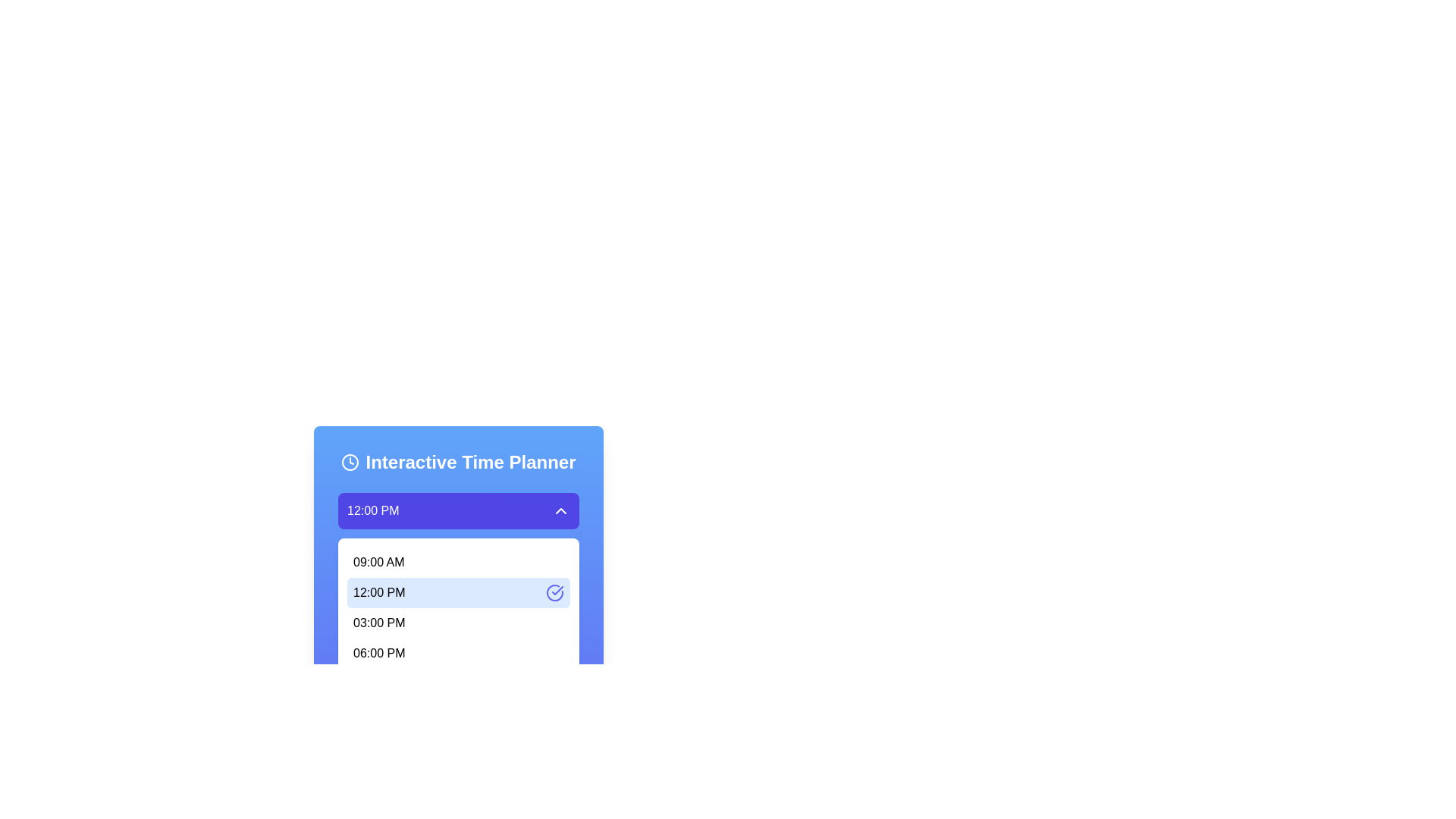  Describe the element at coordinates (457, 592) in the screenshot. I see `the currently selected time slot option in the time picker interface, which is the second item in the list located between '09:00 AM' and '03:00 PM'` at that location.